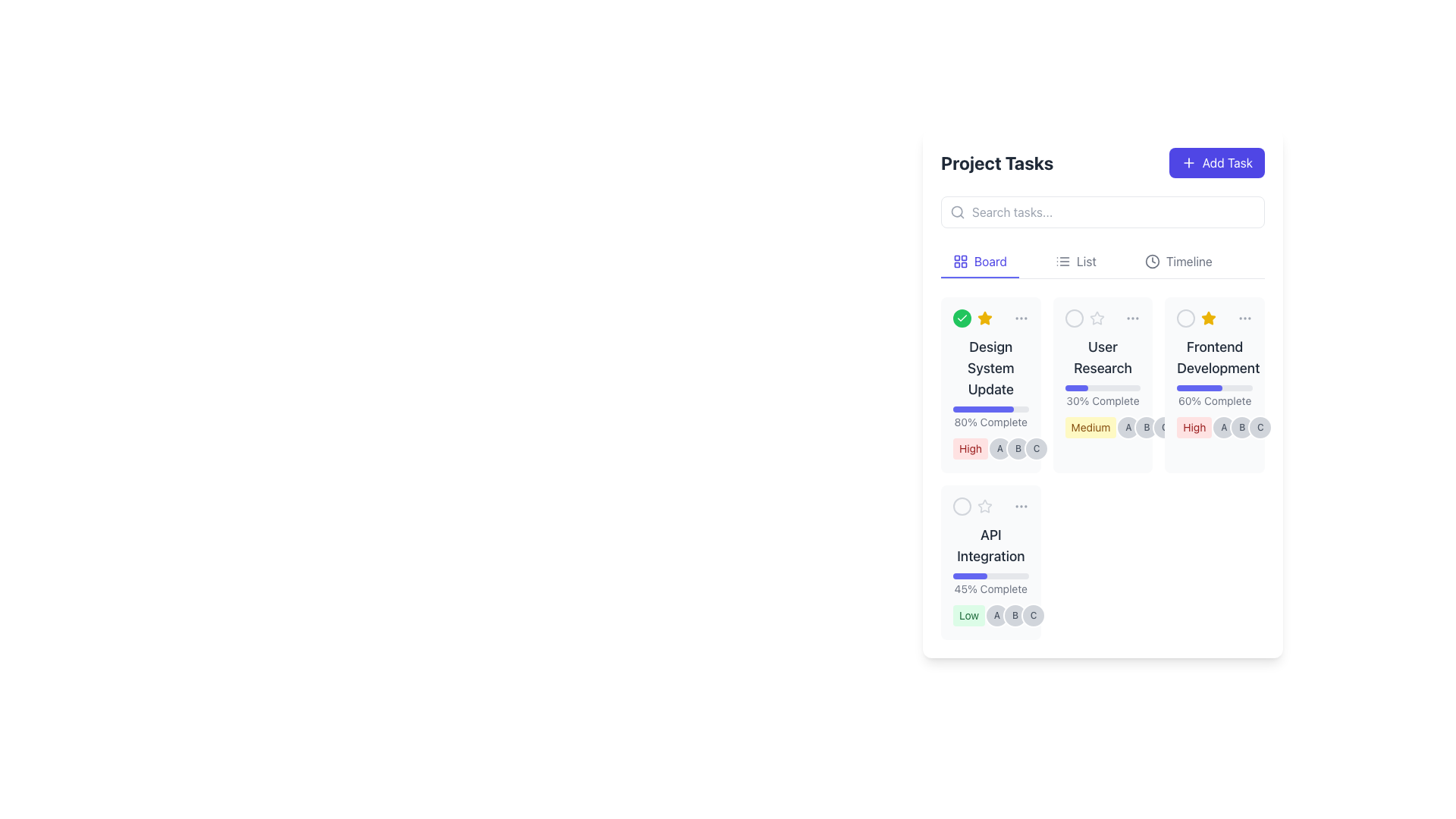 The width and height of the screenshot is (1456, 819). What do you see at coordinates (968, 616) in the screenshot?
I see `the 'Low' badge with a light green background located at the bottom-left of the task card in the 'Project Tasks' interface` at bounding box center [968, 616].